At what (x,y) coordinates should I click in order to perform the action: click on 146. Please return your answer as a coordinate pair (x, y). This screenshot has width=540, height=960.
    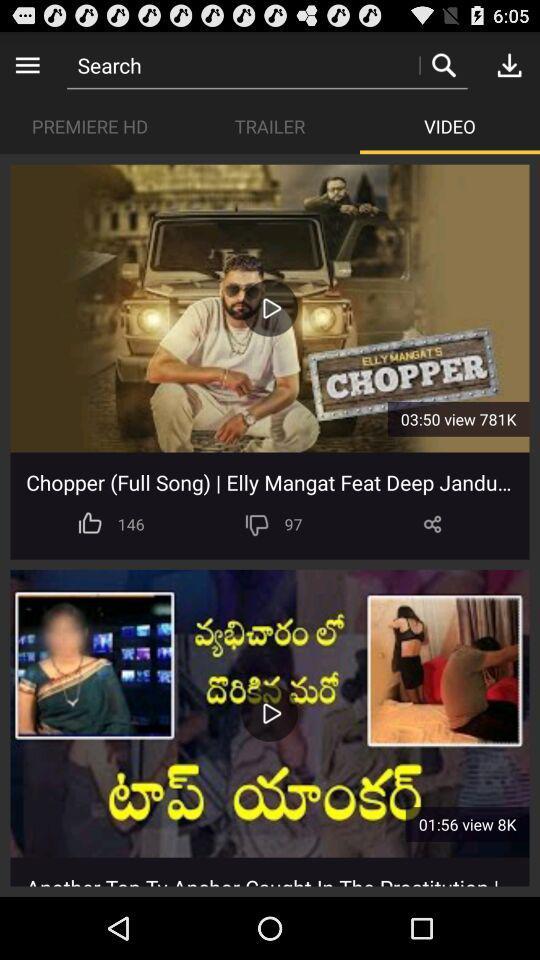
    Looking at the image, I should click on (131, 523).